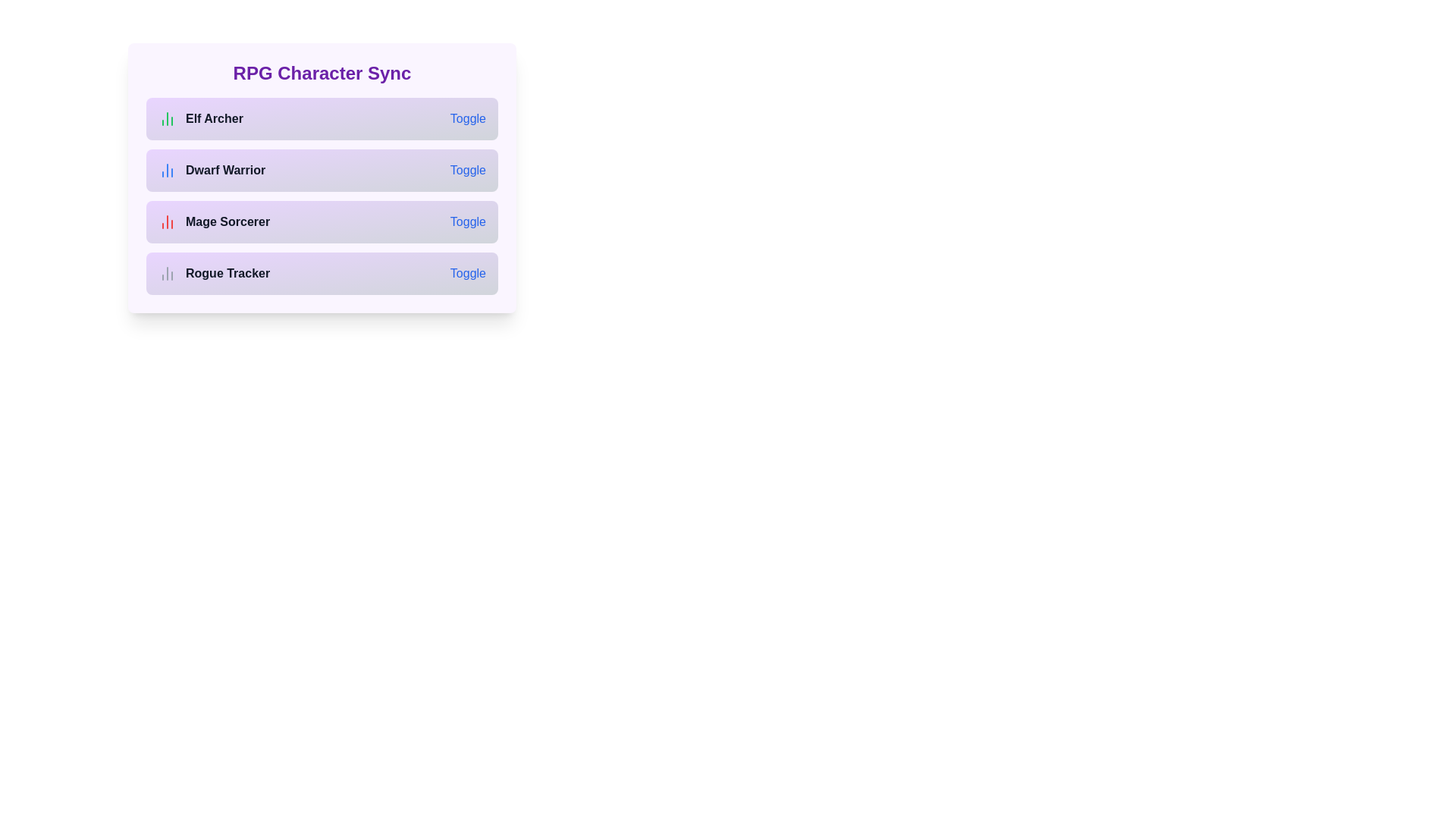 The height and width of the screenshot is (819, 1456). What do you see at coordinates (167, 118) in the screenshot?
I see `the 'Elf Archer' icon located at the leftmost side of the first row in the 'RPG Character Sync' section` at bounding box center [167, 118].